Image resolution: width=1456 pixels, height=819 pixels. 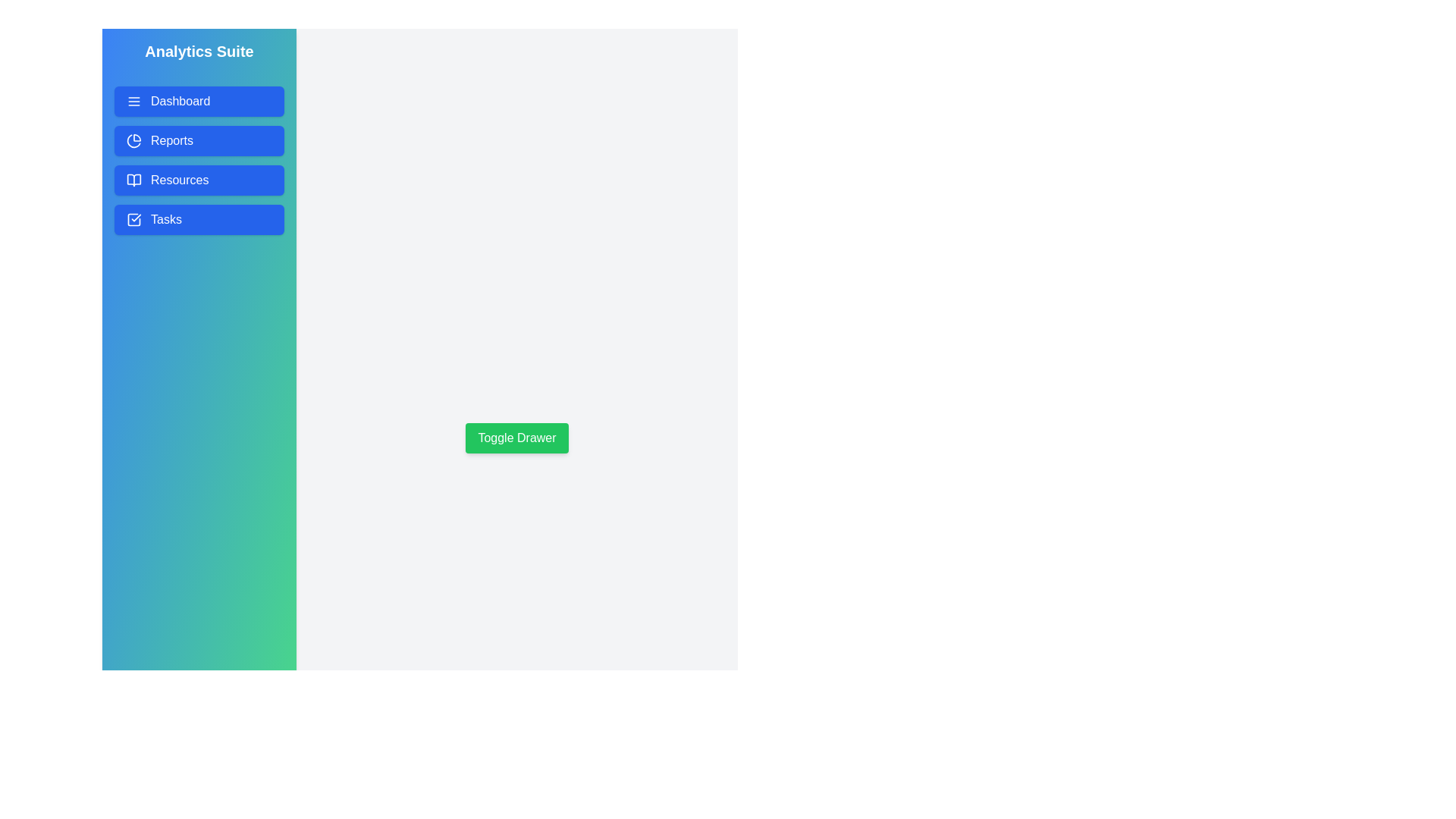 I want to click on the 'Tasks' button in the Analytics Drawer, so click(x=199, y=219).